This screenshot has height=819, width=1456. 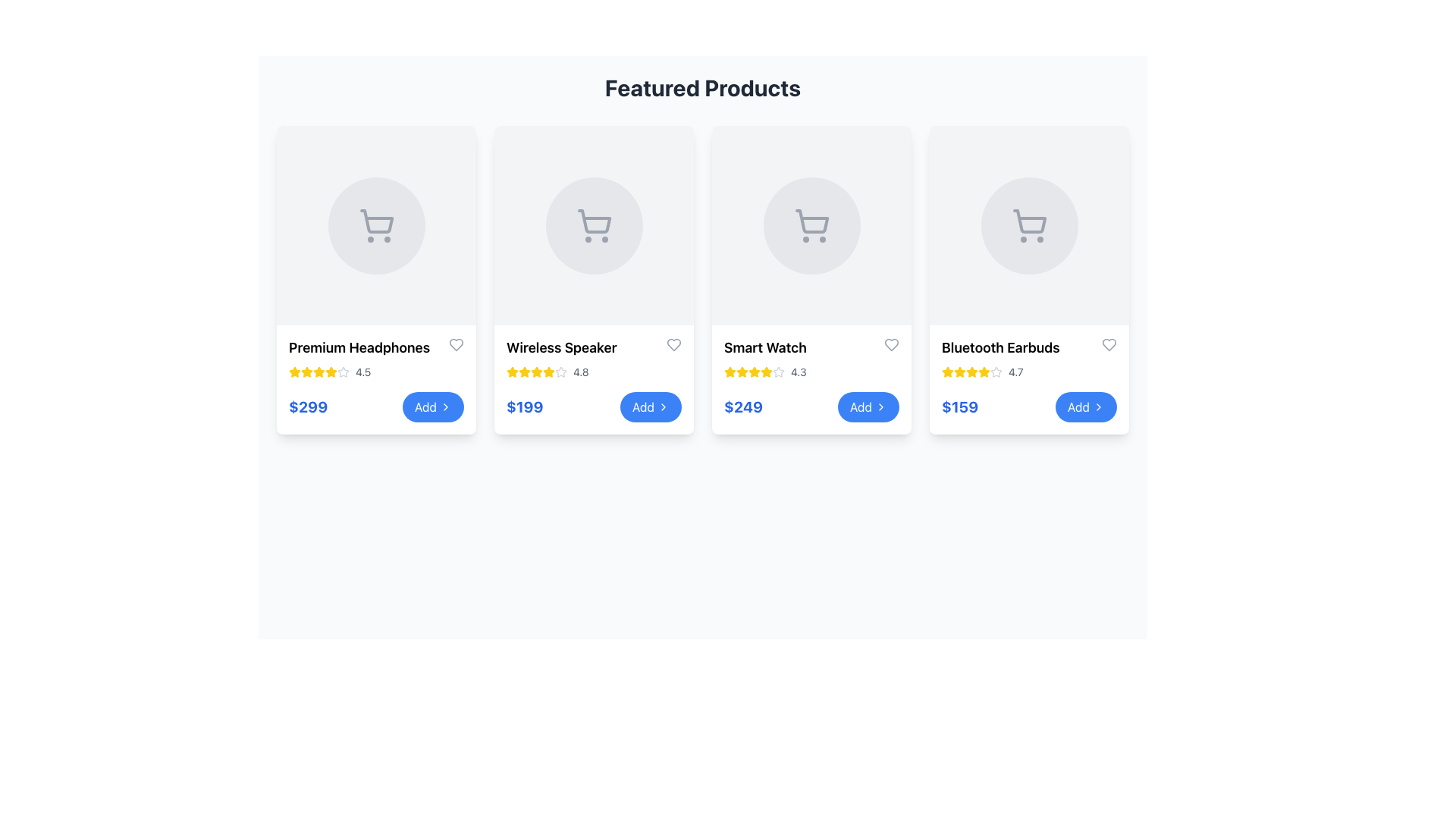 What do you see at coordinates (513, 372) in the screenshot?
I see `the second yellow star icon in the rating system for the 'Wireless Speaker' product card` at bounding box center [513, 372].